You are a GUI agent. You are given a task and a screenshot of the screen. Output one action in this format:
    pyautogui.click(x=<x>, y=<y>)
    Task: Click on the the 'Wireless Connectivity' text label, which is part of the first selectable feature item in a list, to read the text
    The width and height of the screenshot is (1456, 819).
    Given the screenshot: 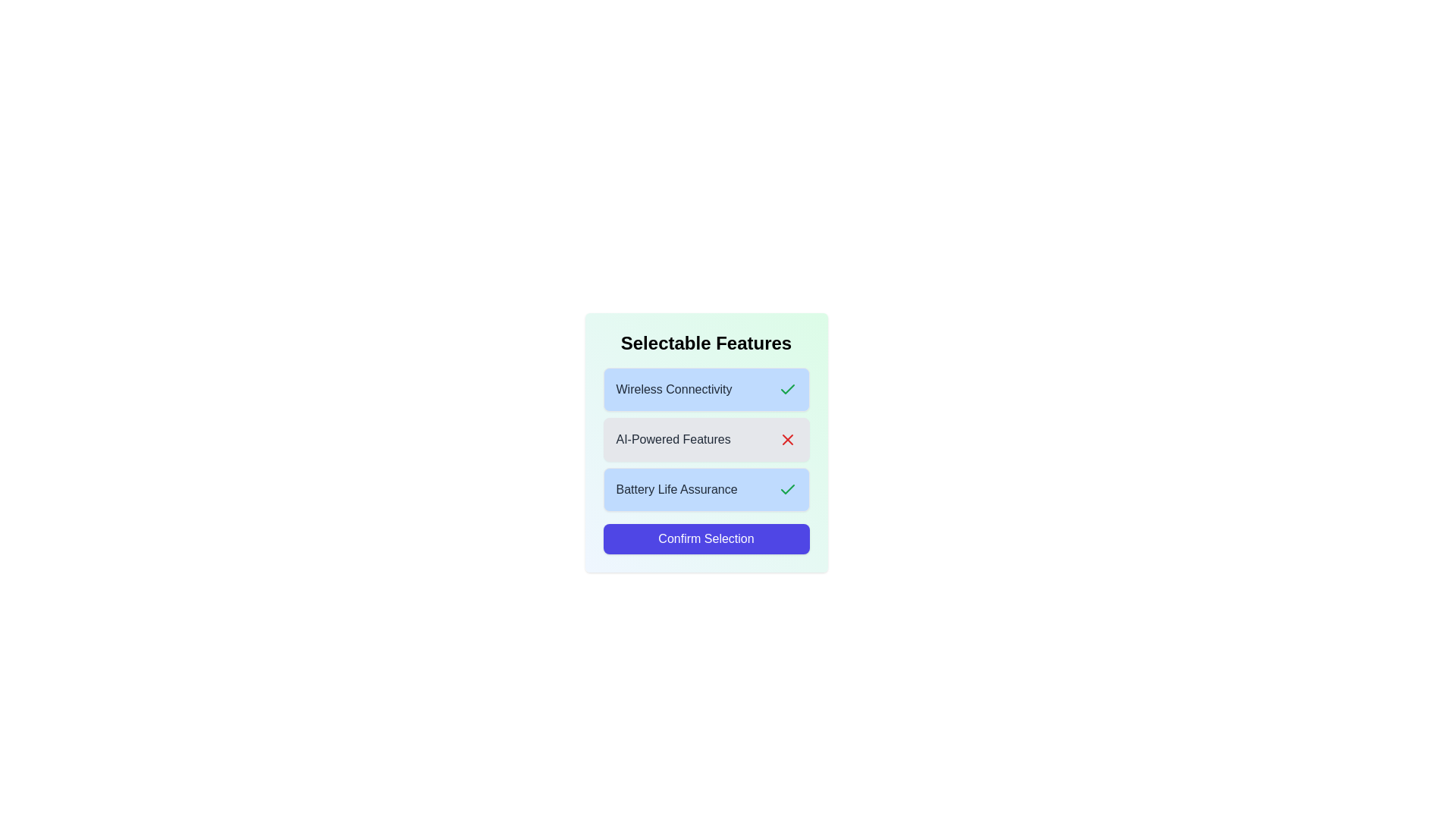 What is the action you would take?
    pyautogui.click(x=673, y=388)
    